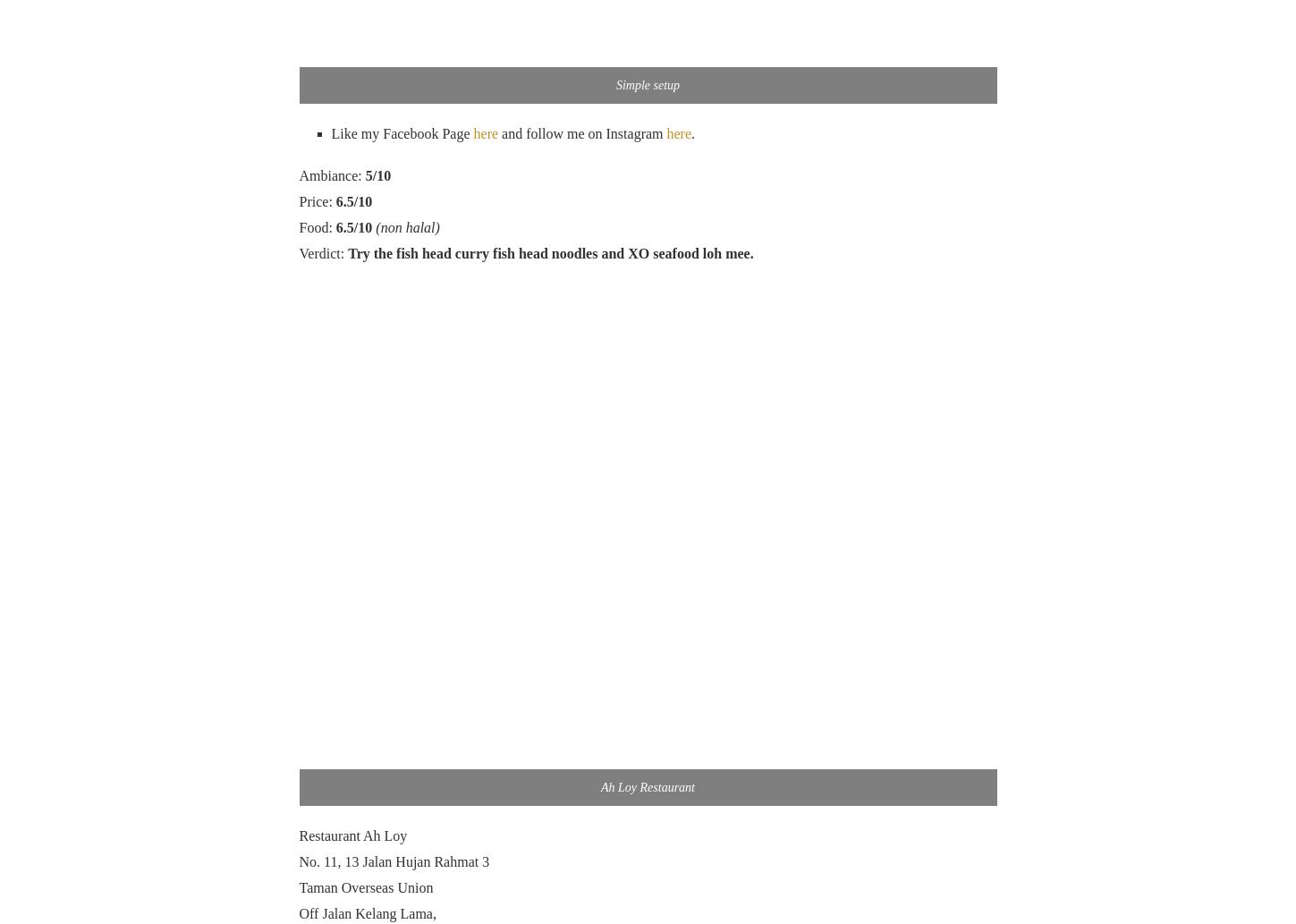  I want to click on '.', so click(692, 133).